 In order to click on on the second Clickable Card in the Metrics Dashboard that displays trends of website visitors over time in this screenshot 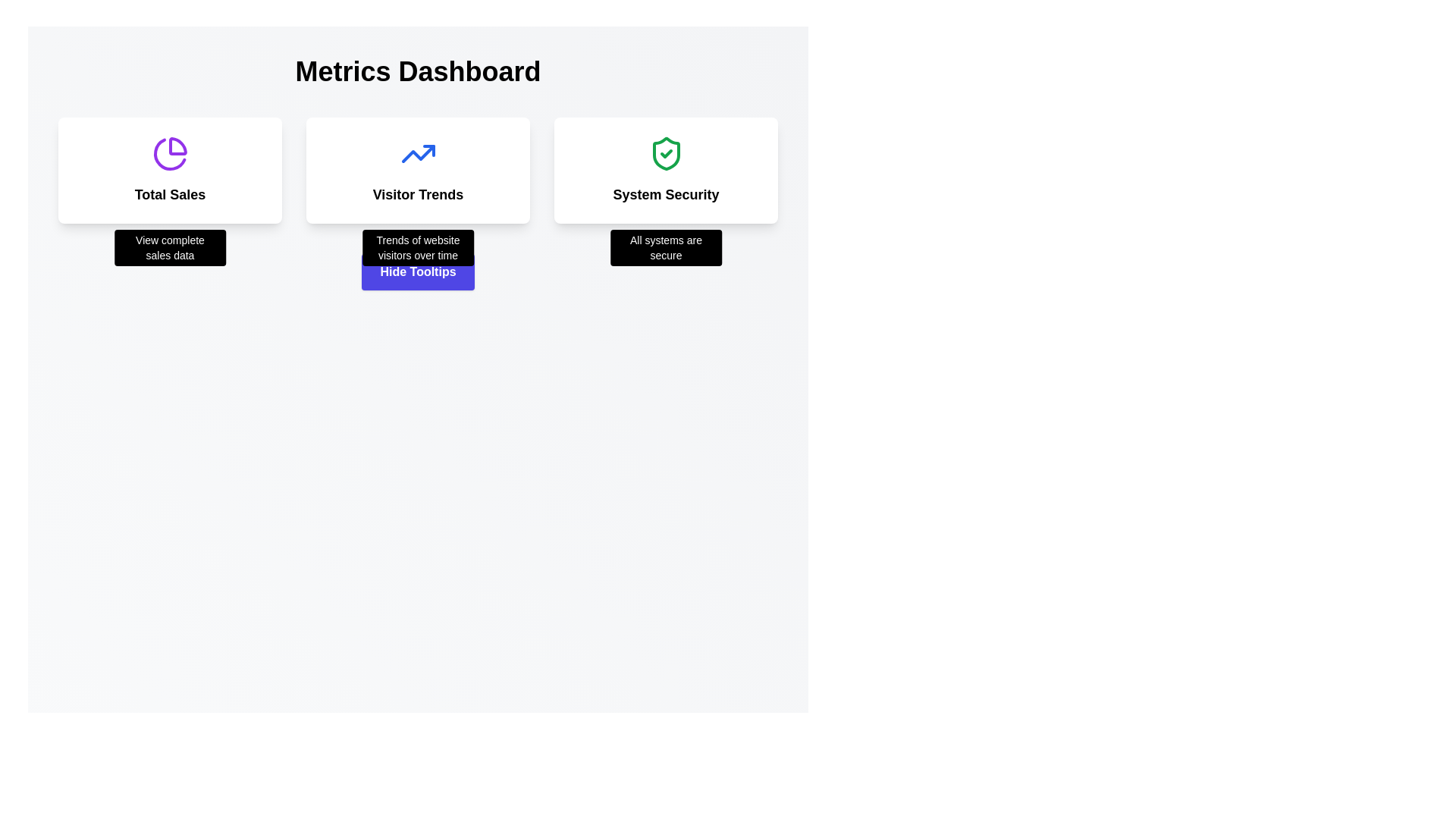, I will do `click(418, 170)`.